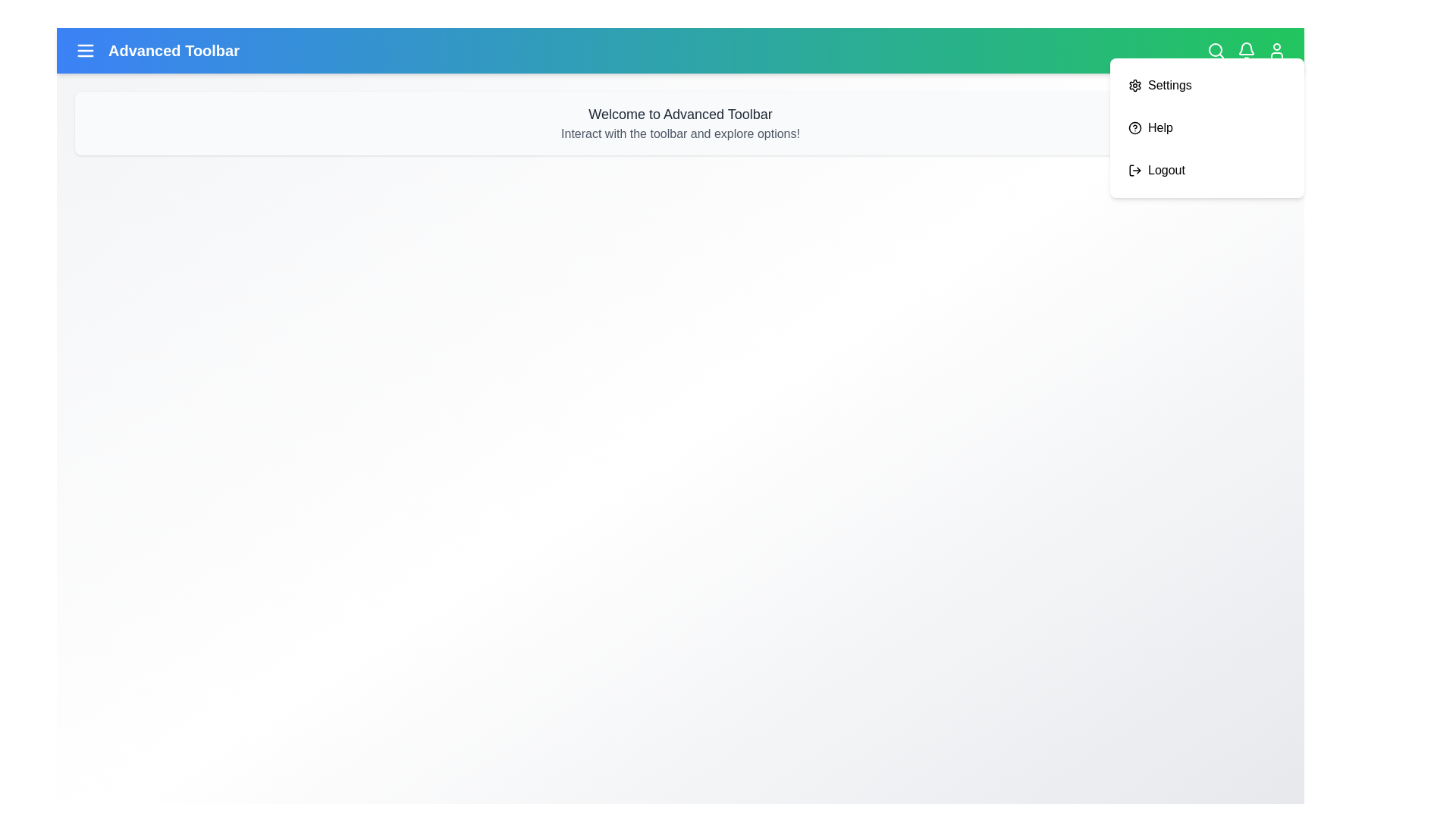 Image resolution: width=1456 pixels, height=819 pixels. Describe the element at coordinates (1207, 85) in the screenshot. I see `the menu item Settings` at that location.